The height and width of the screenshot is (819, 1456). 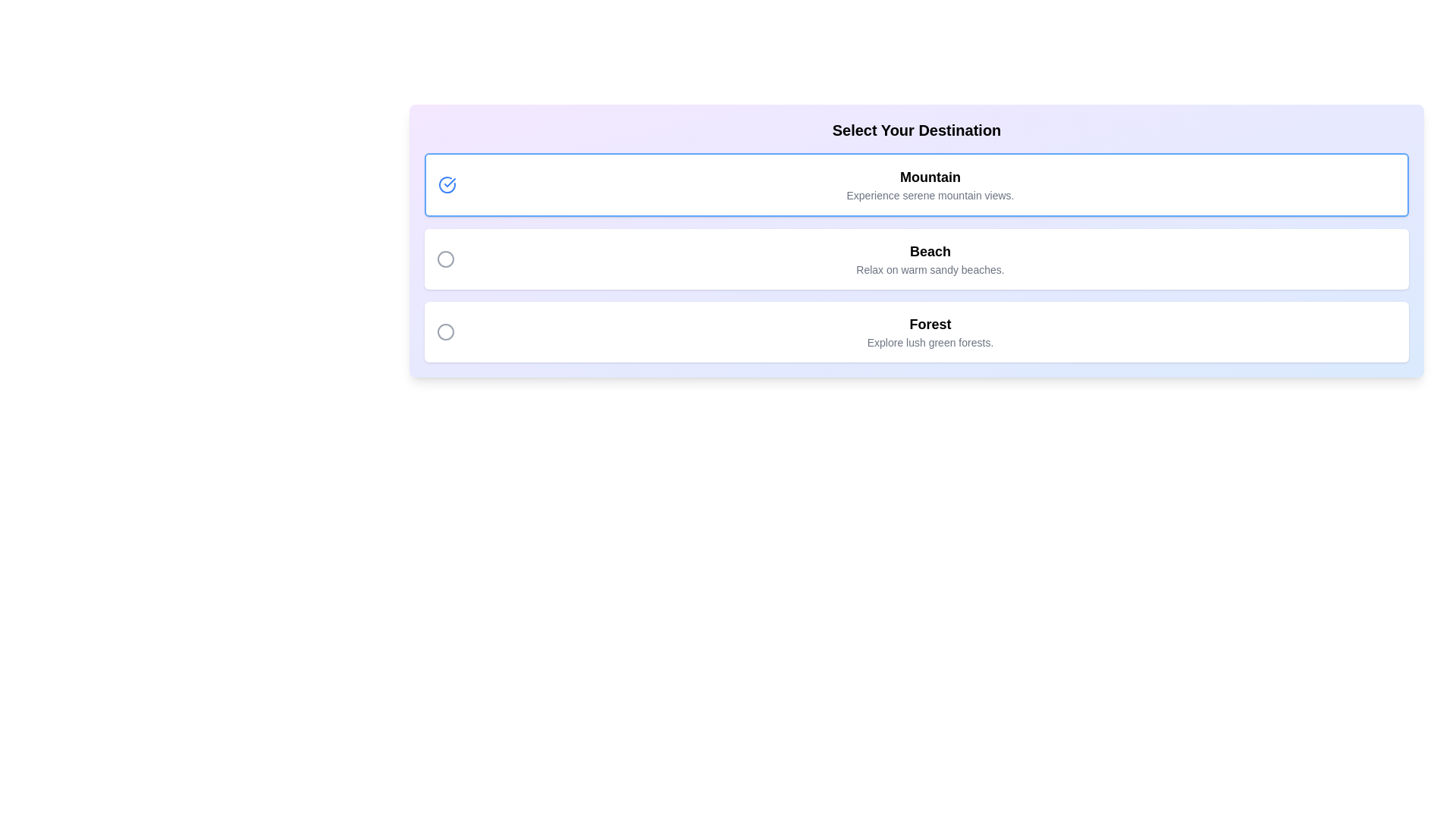 What do you see at coordinates (450, 259) in the screenshot?
I see `the radio button indicator with a gray border and white background located to the left of the text 'Relax on warm sandy beaches' in the second option group titled 'Beach'` at bounding box center [450, 259].